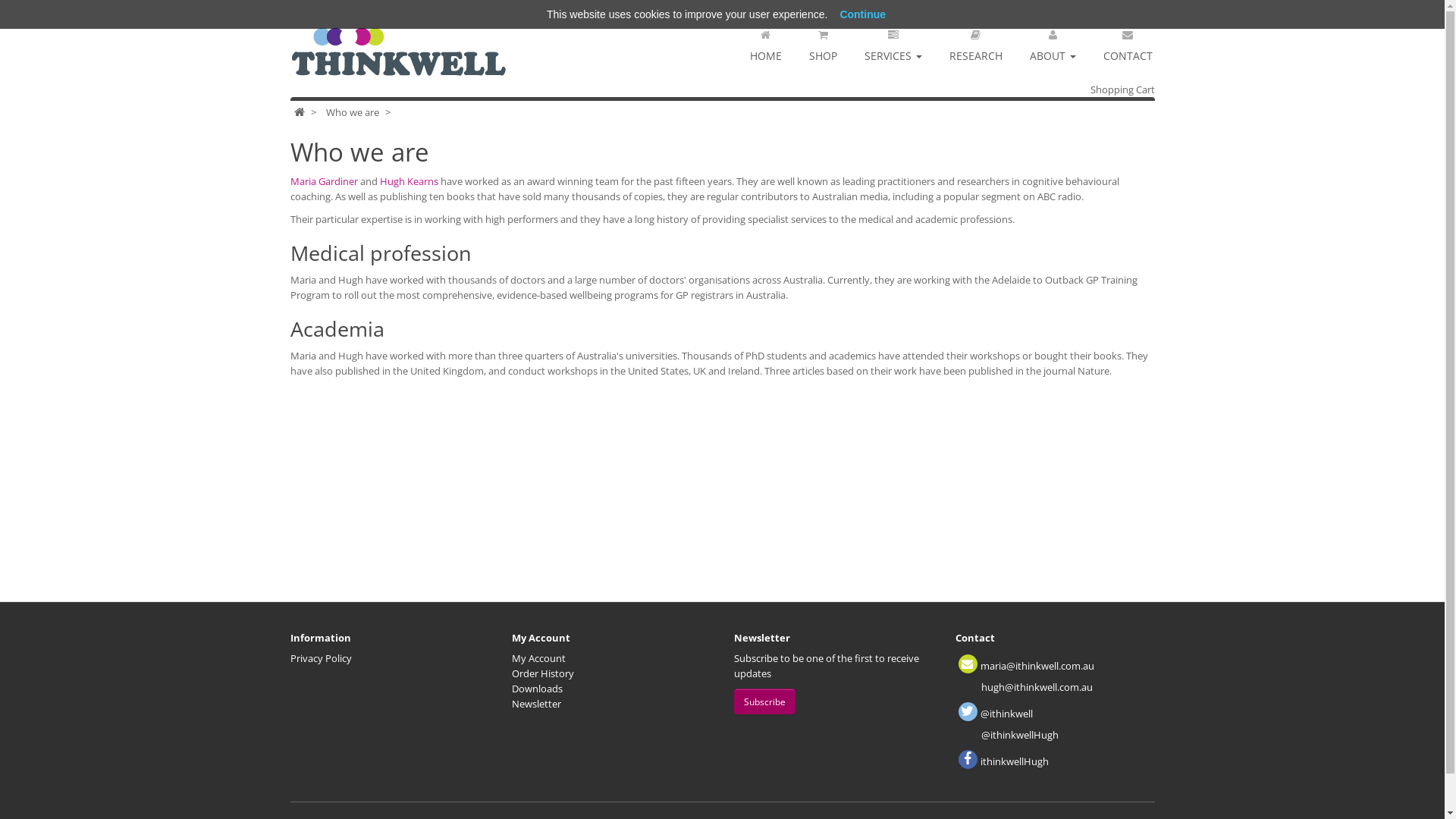 Image resolution: width=1456 pixels, height=819 pixels. I want to click on 'ThinkWell', so click(400, 52).